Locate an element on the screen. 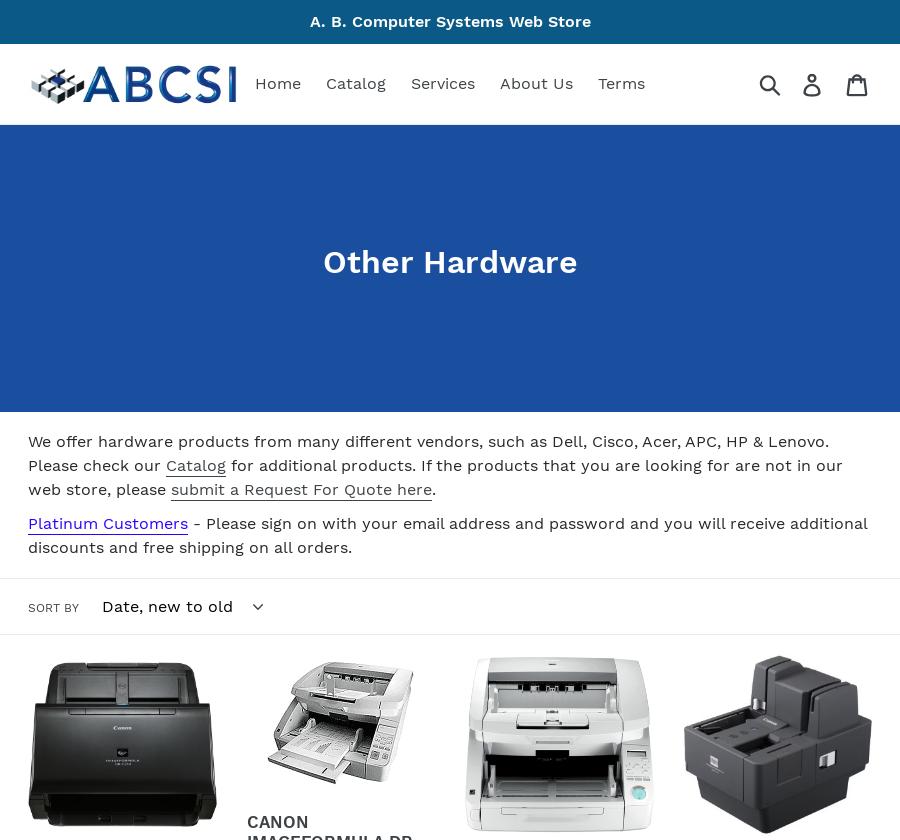 The width and height of the screenshot is (900, 840). 'for additional products. If the products that you are looking for are not in our web store, please' is located at coordinates (435, 477).